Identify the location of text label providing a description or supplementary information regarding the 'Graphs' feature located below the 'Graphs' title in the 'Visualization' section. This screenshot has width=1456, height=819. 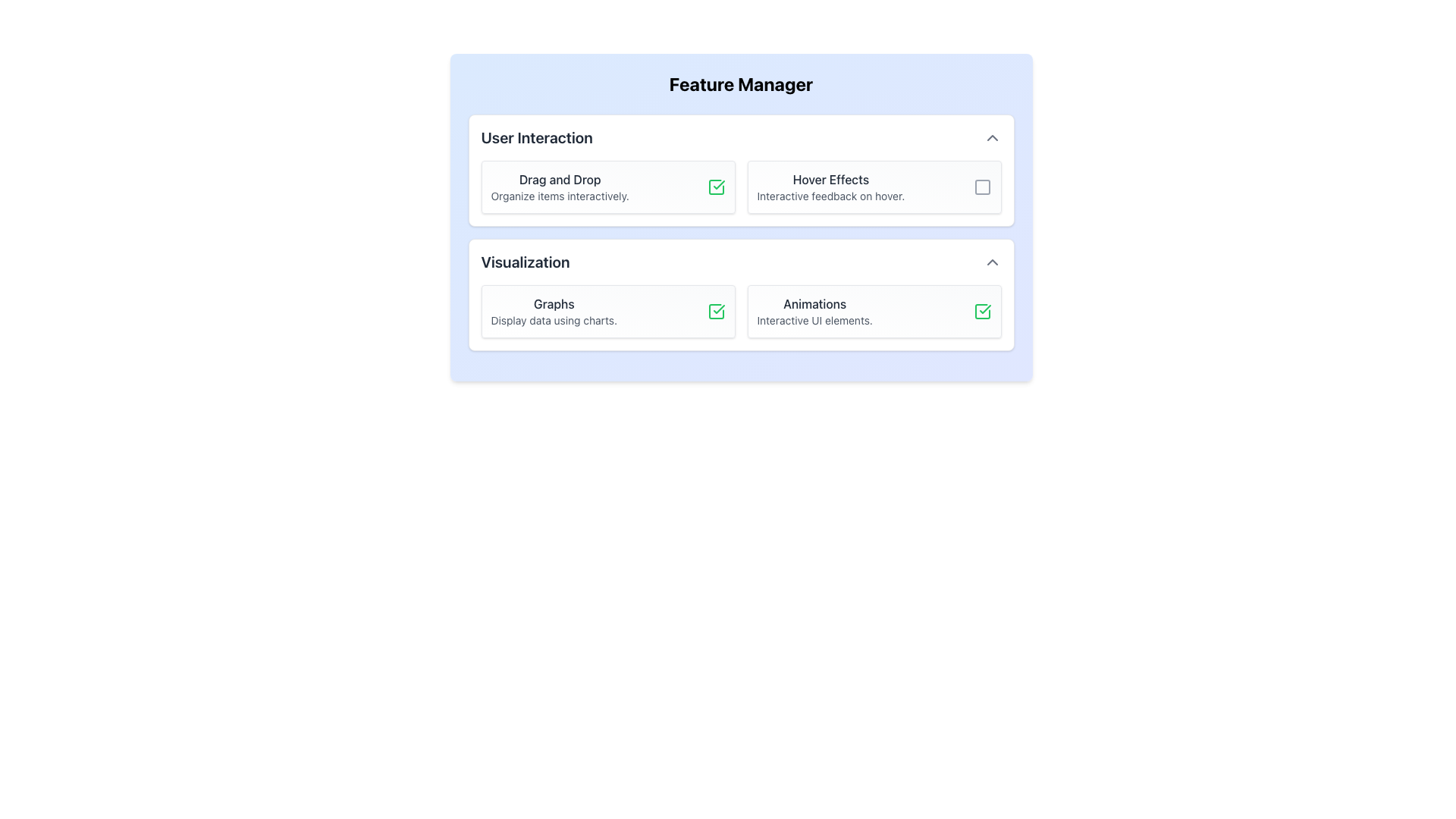
(553, 320).